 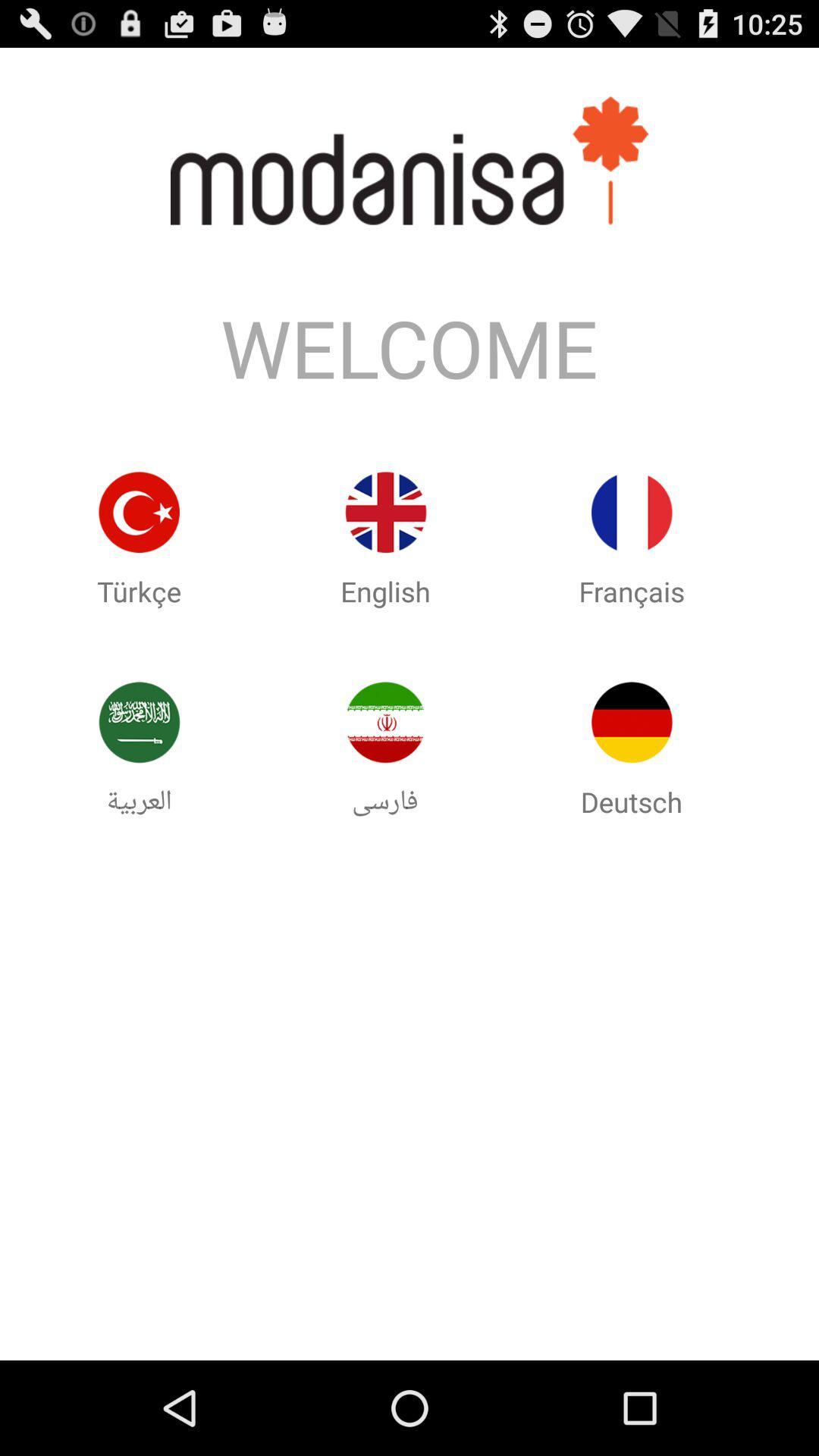 I want to click on switch to english language, so click(x=384, y=512).